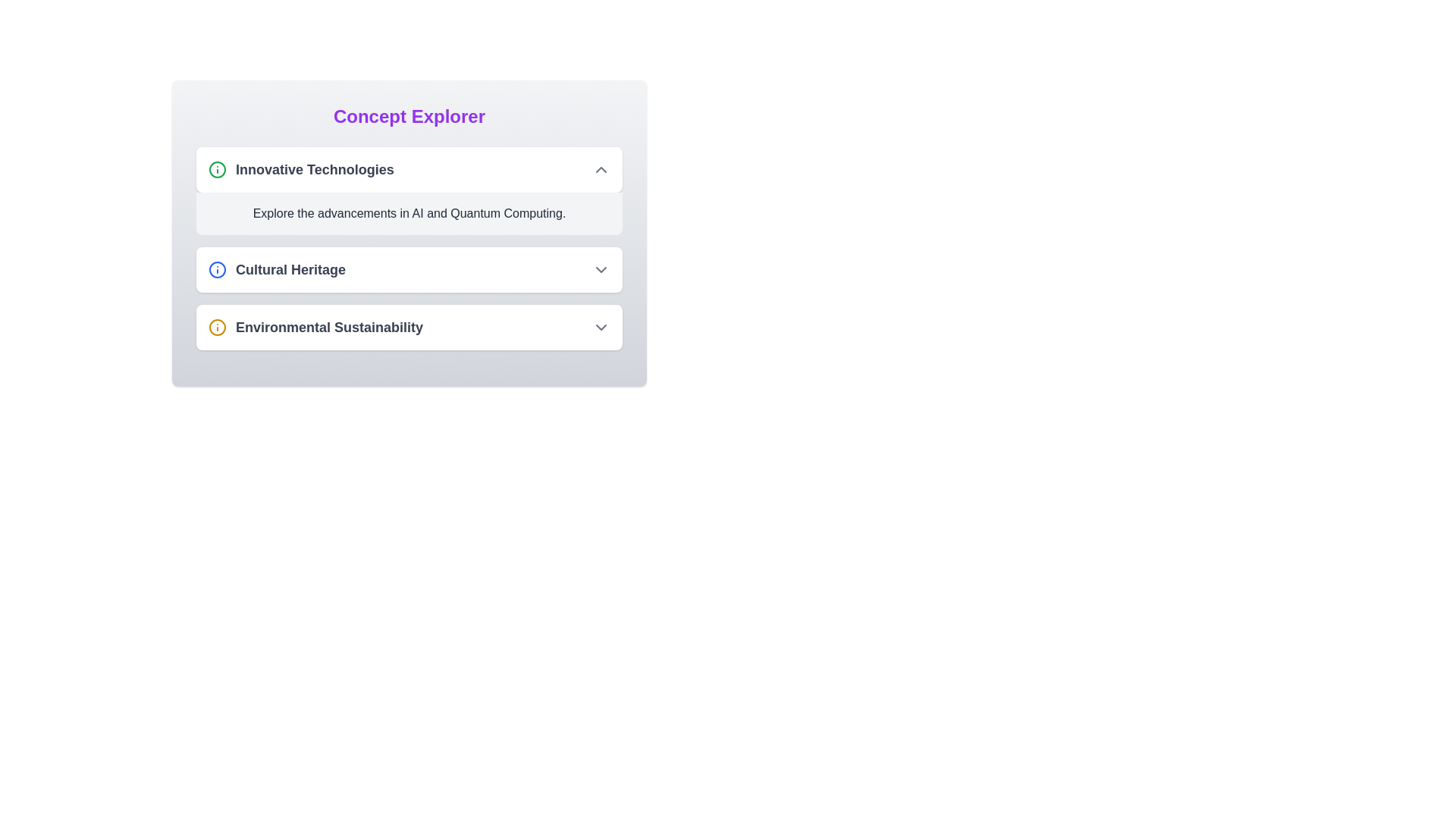 Image resolution: width=1456 pixels, height=819 pixels. What do you see at coordinates (217, 327) in the screenshot?
I see `the information icon styled as a circular outline with an embedded letter 'i', located in the 'Environmental Sustainability' section on the left side of the text label` at bounding box center [217, 327].